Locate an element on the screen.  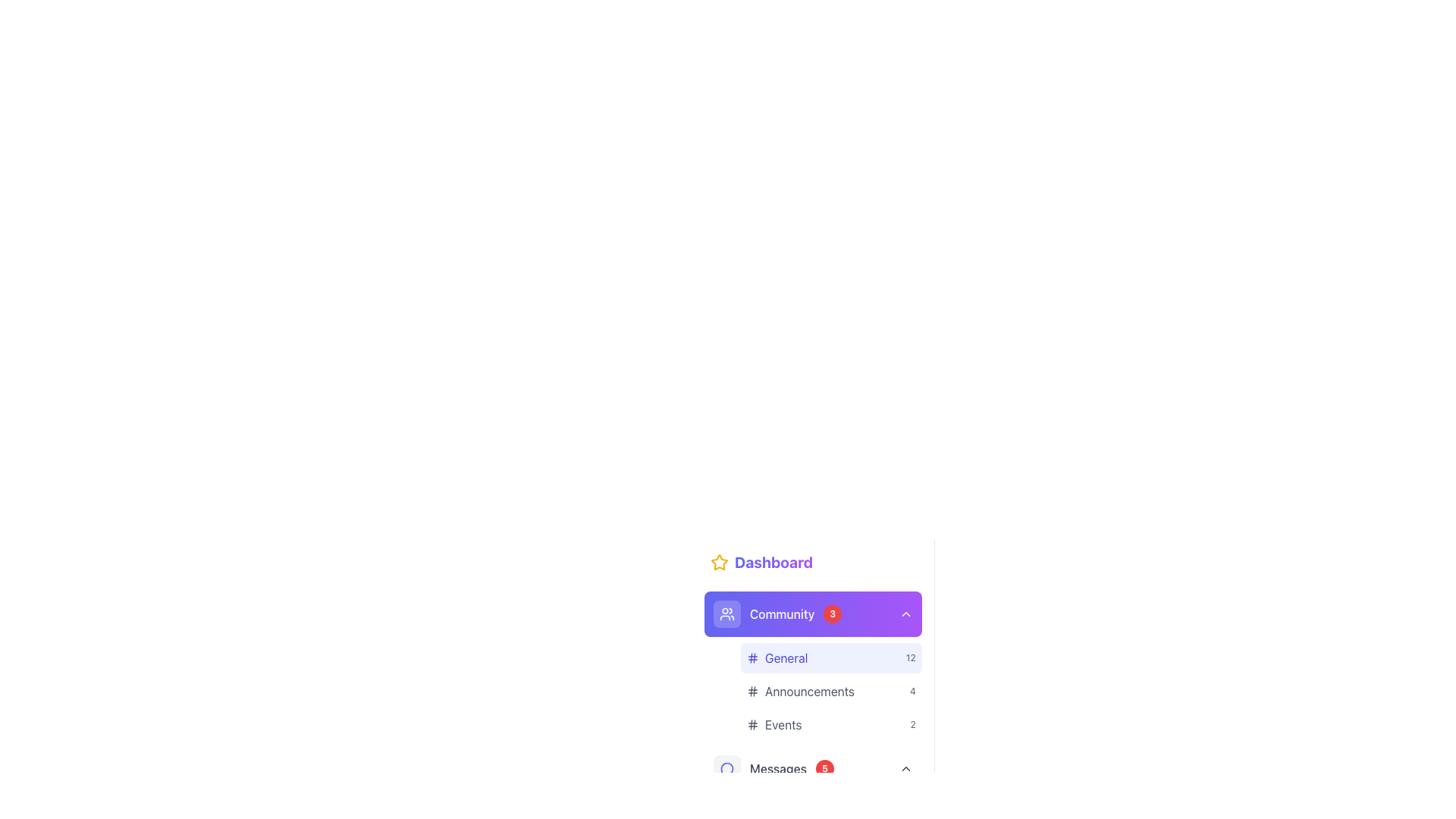
the value displayed on the Notification badge located to the right of the 'Community' text within the purple header section of the 'Dashboard' menu is located at coordinates (832, 614).